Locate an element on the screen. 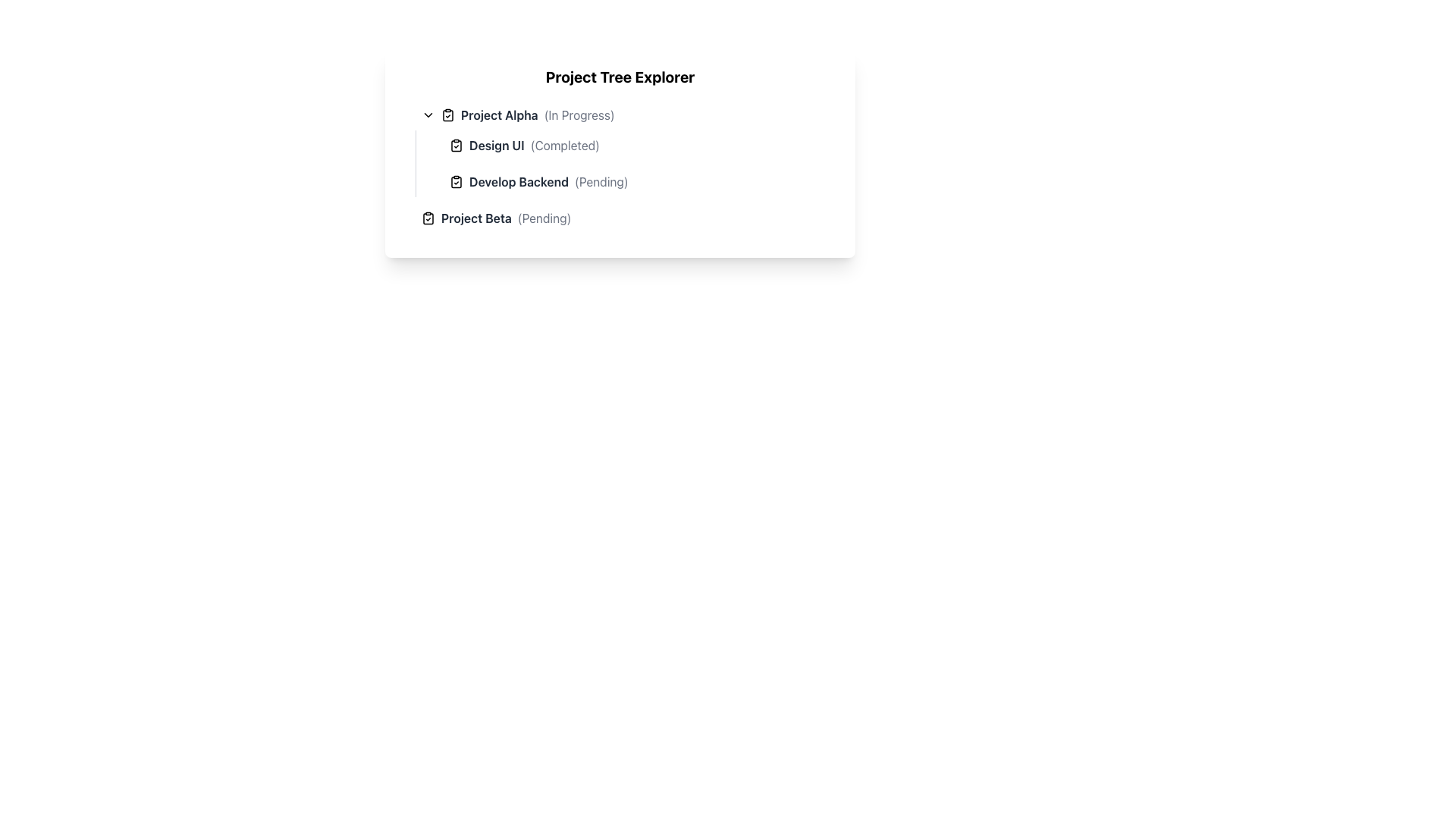 Image resolution: width=1456 pixels, height=819 pixels. the first task item in the 'Project Alpha (In Progress)' section is located at coordinates (634, 146).